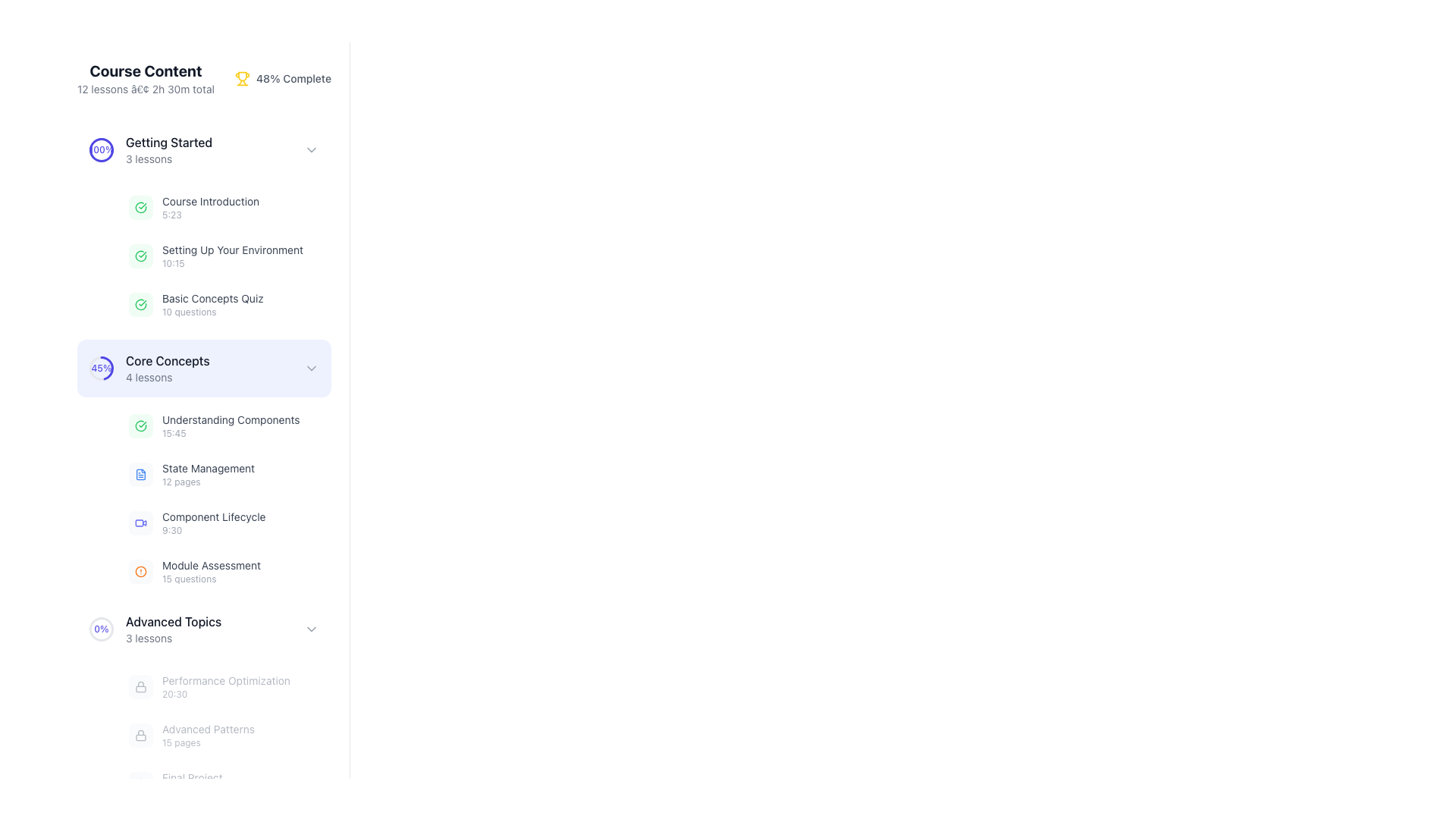  I want to click on the Collapsible Section Header for the 'Advanced Topics' module, so click(203, 629).